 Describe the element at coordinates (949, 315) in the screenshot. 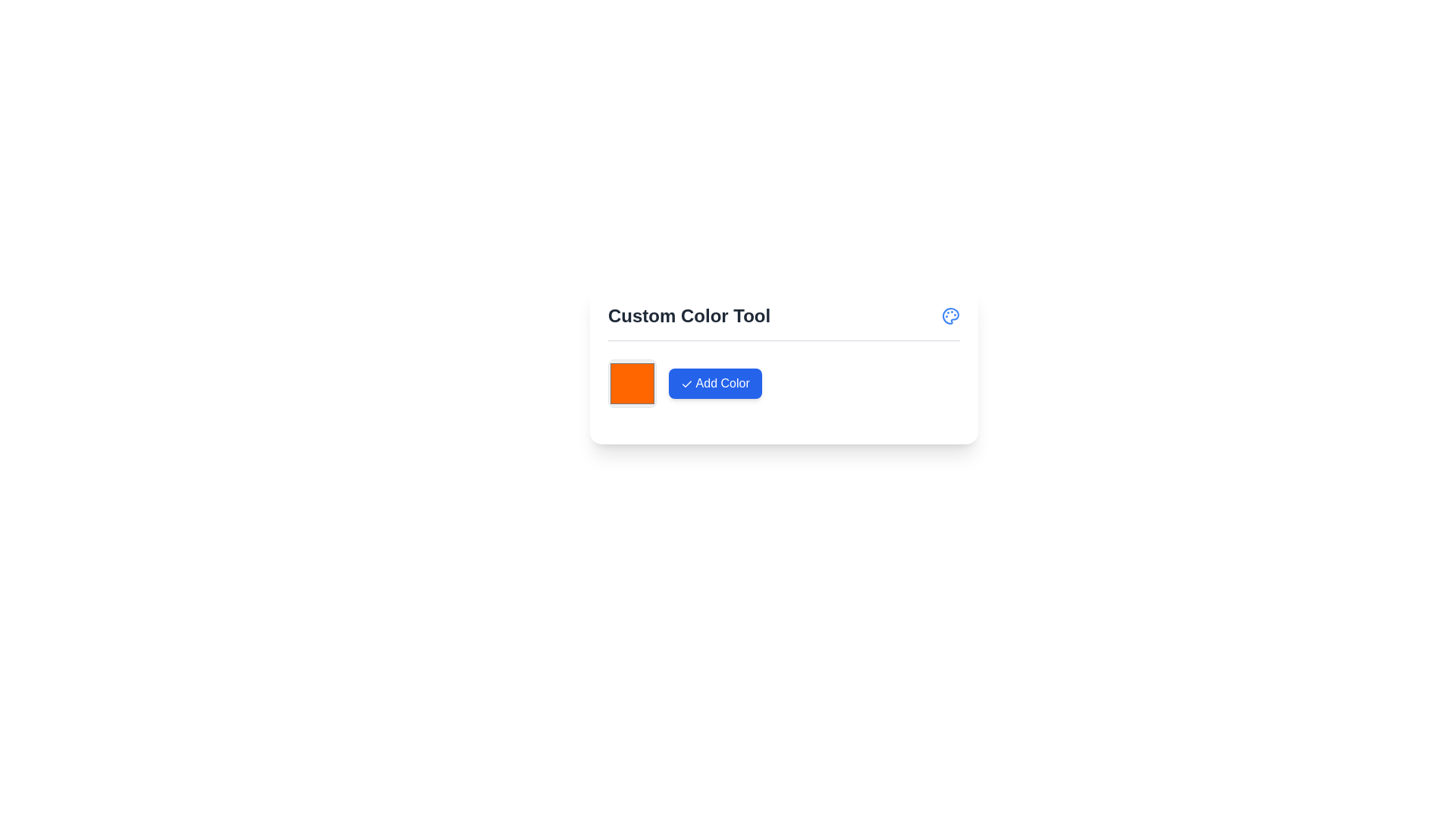

I see `the palette icon, which is depicted with a circular outline and multiple circular shapes in blue color, located at the far right of the 'Custom Color Tool' title text` at that location.